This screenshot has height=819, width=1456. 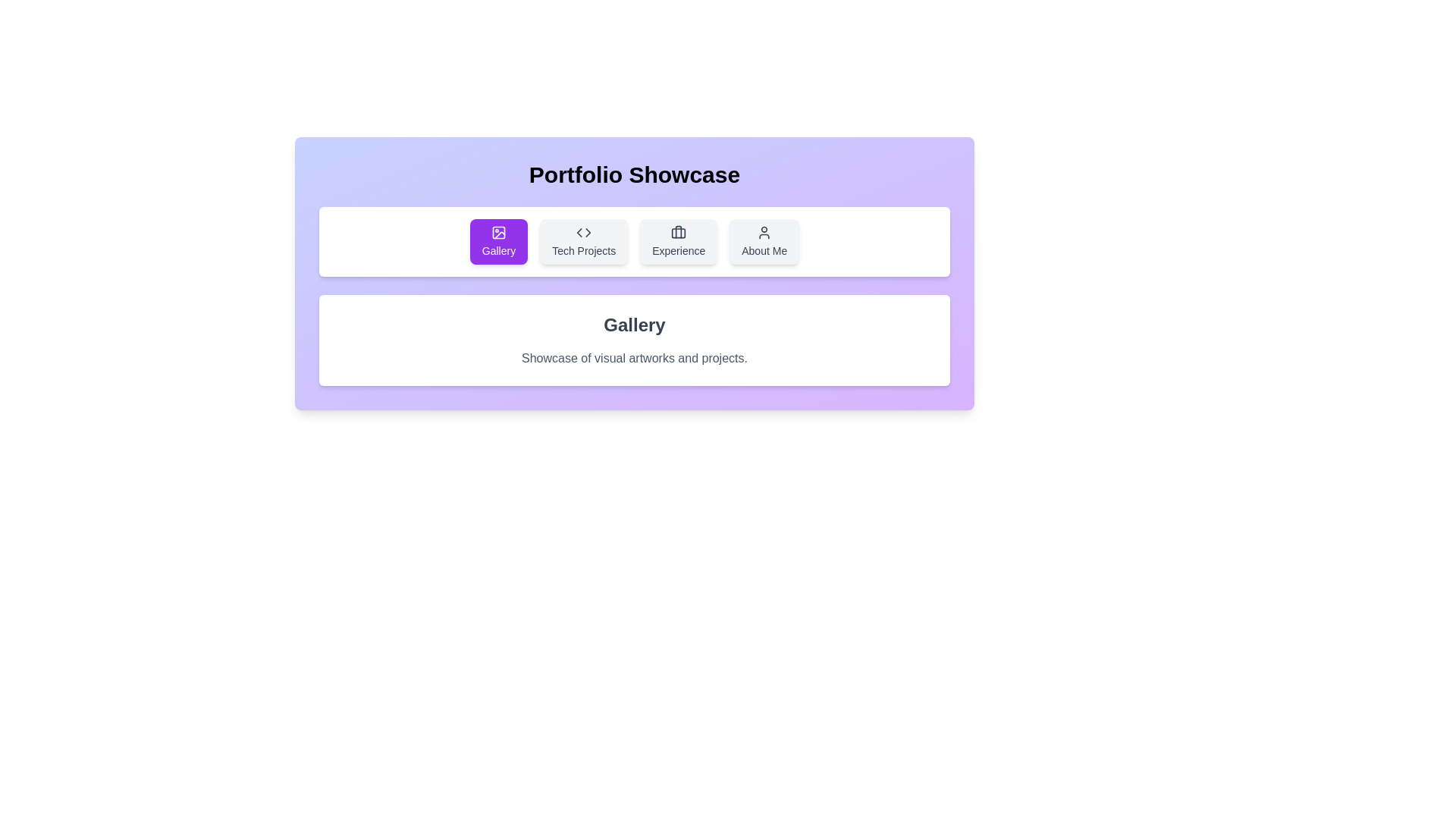 I want to click on the tab labeled 'Experience', so click(x=678, y=241).